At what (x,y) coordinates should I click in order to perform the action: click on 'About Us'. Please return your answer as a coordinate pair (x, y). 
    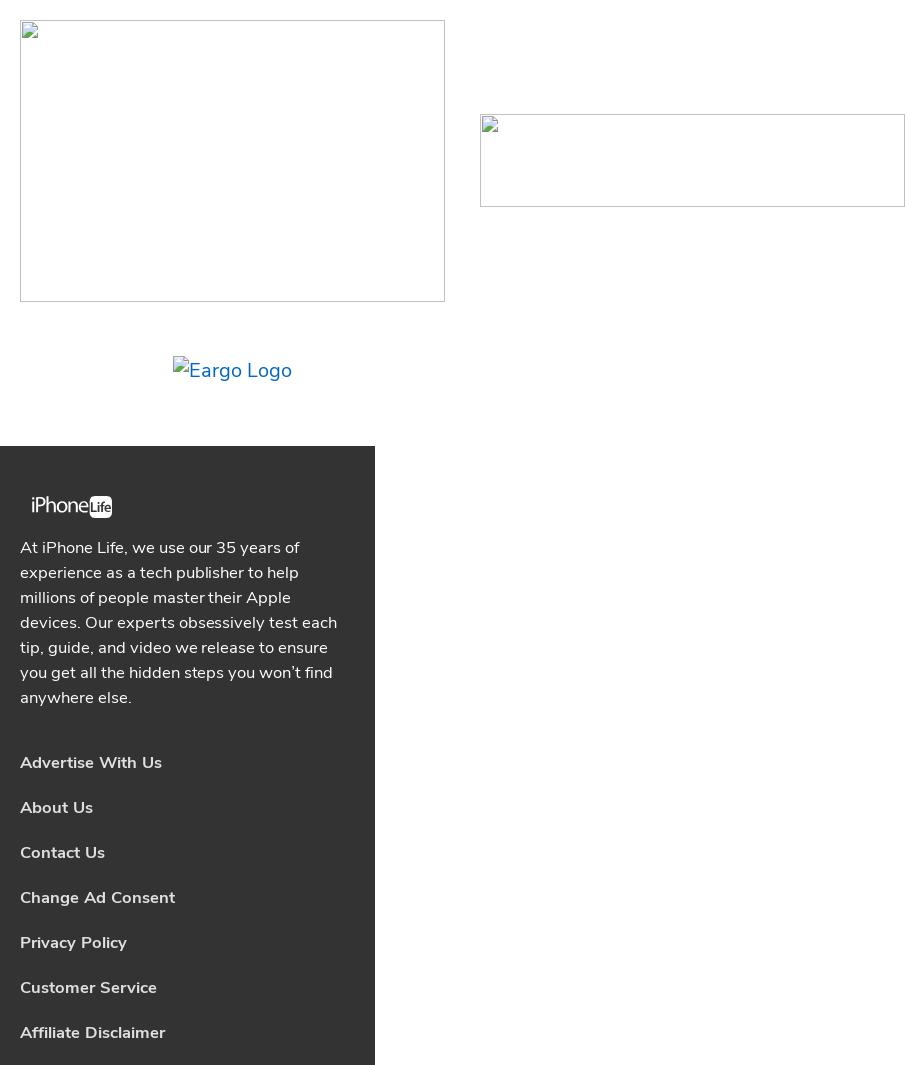
    Looking at the image, I should click on (56, 218).